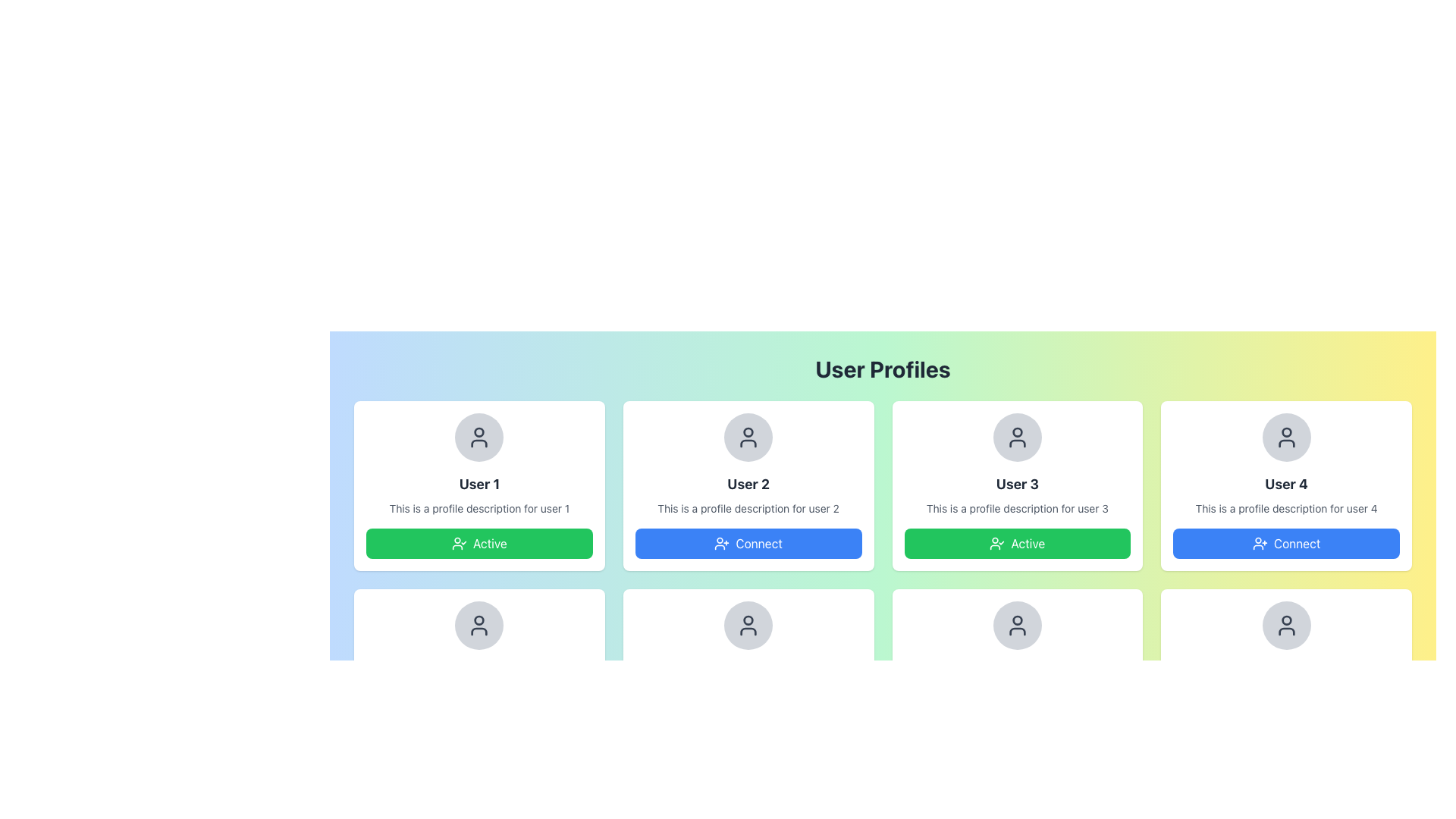 This screenshot has width=1456, height=819. Describe the element at coordinates (1017, 626) in the screenshot. I see `the User Avatar Placeholder for 'User 7', which visually represents the user profile image and is positioned at the top center of the card` at that location.